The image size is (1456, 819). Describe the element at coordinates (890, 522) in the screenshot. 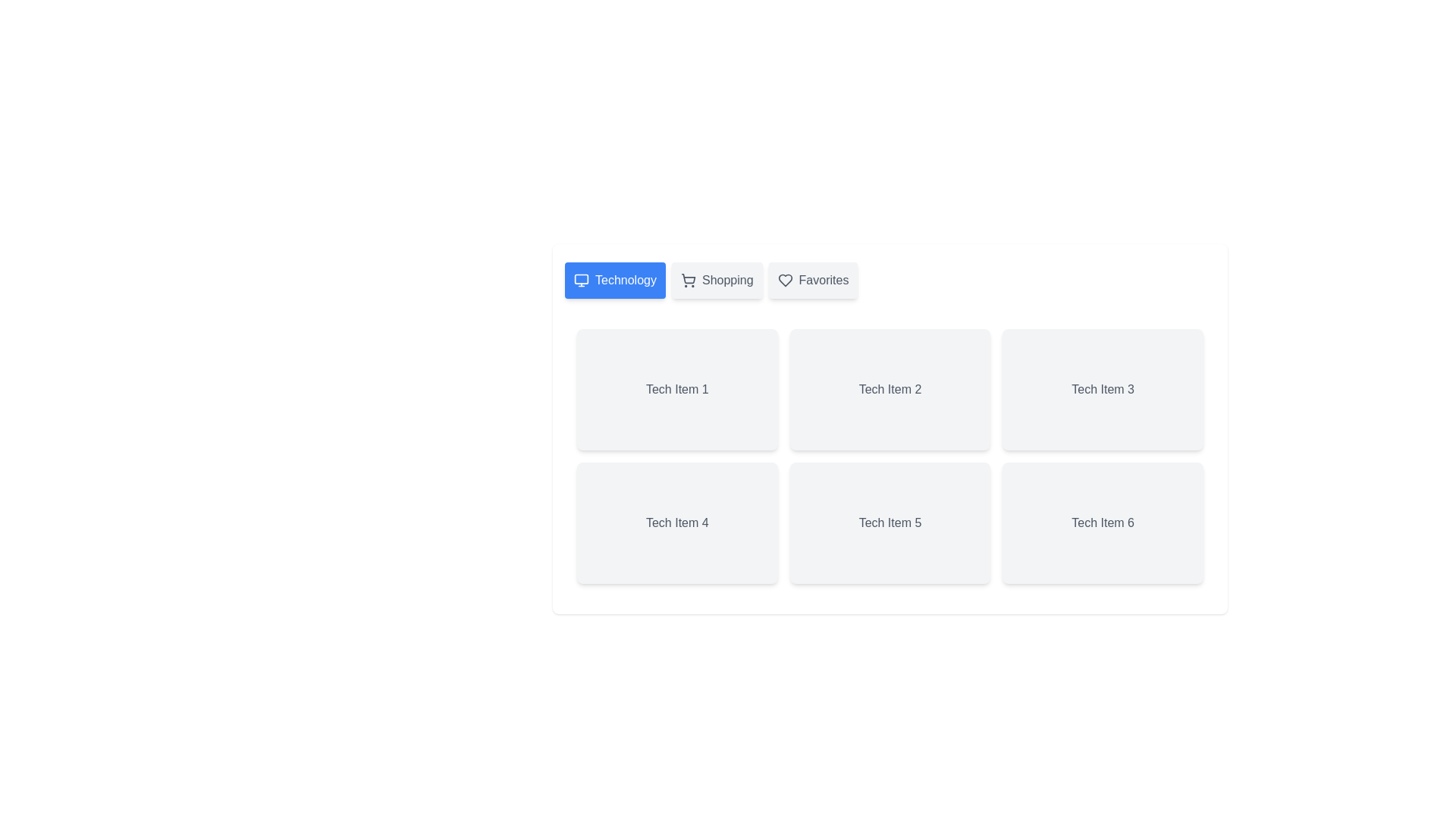

I see `the item labeled Tech Item 5 within the active tab` at that location.